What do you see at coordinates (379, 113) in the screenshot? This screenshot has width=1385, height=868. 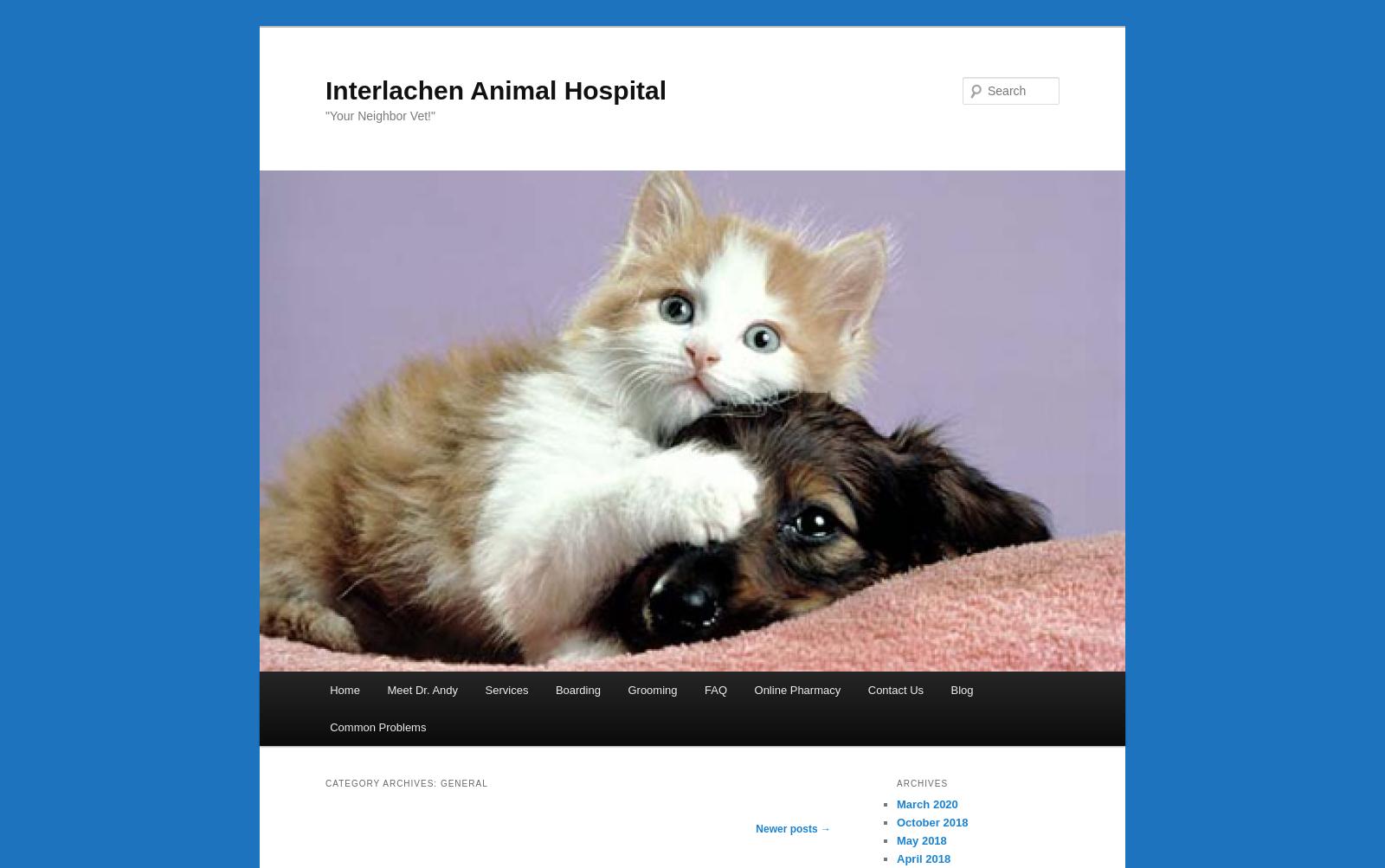 I see `'"Your Neighbor Vet!"'` at bounding box center [379, 113].